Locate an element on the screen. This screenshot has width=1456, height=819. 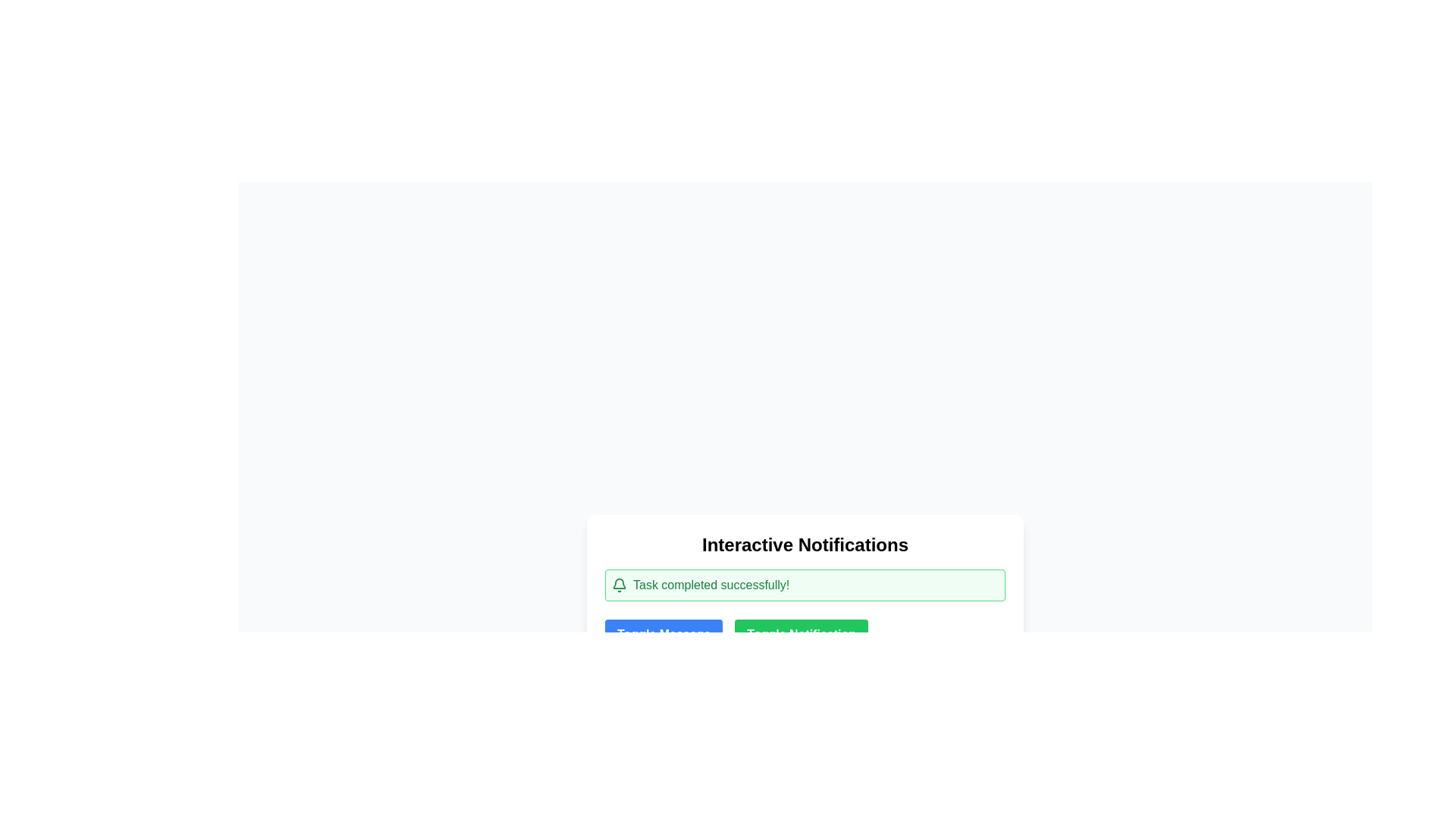
the toggle button for notifications, which is the second button to the right of the 'Toggle Message' button is located at coordinates (801, 635).